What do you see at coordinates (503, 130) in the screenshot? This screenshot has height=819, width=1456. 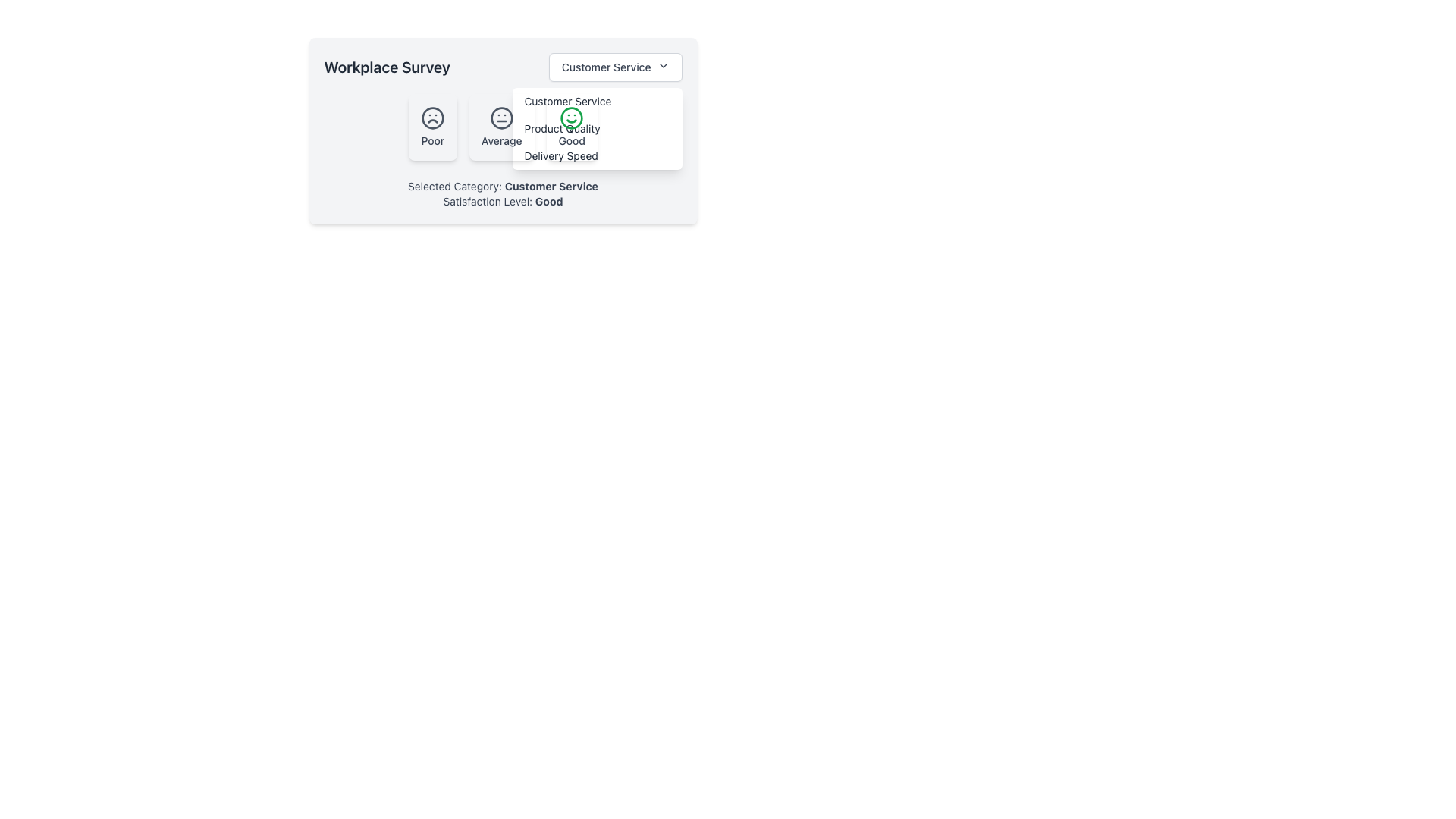 I see `the 'Average' satisfaction level button, which is the second button in a horizontal arrangement of three satisfaction level buttons` at bounding box center [503, 130].